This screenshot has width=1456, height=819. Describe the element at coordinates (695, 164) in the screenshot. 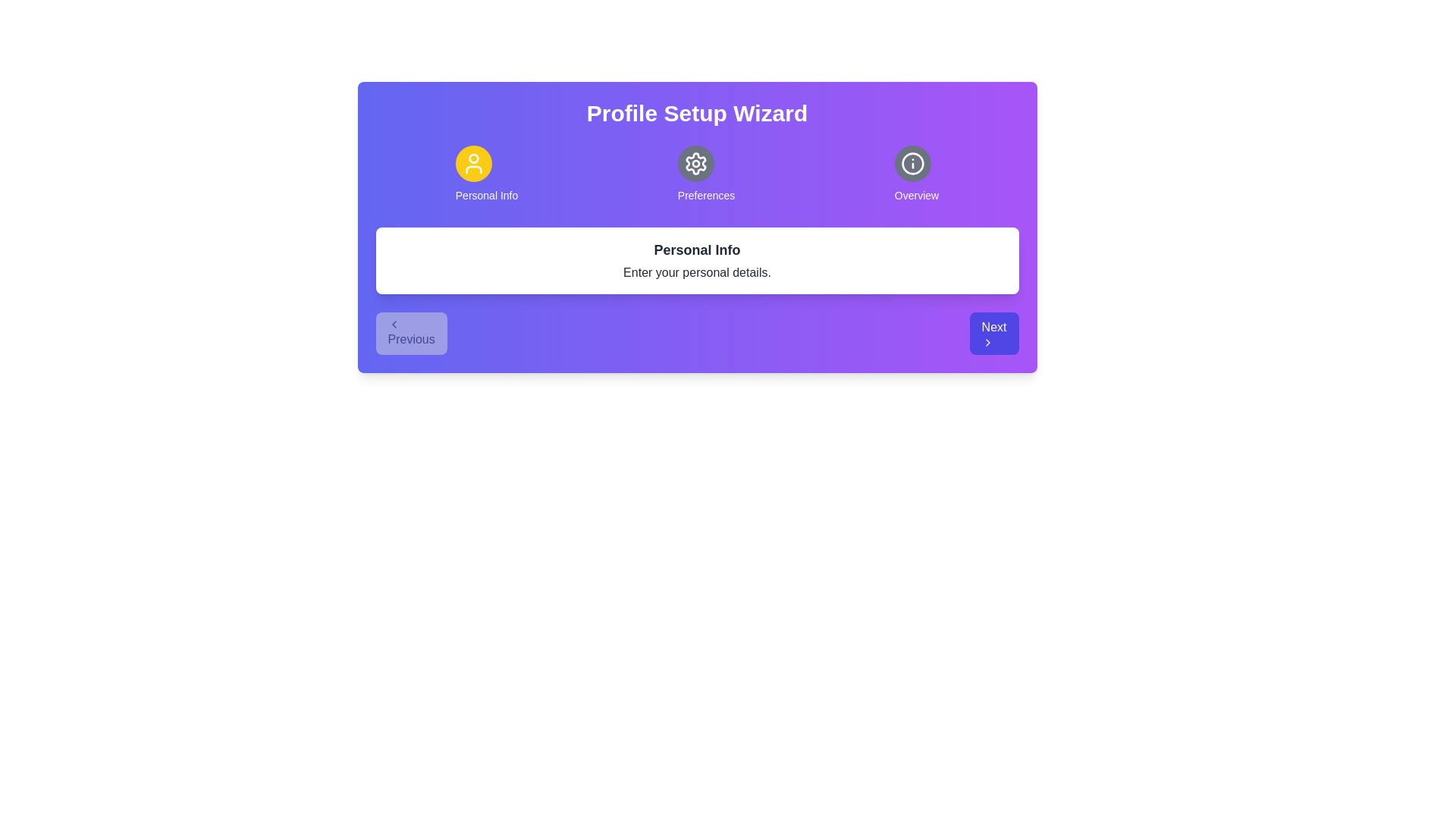

I see `the icon representing Preferences to explore its hover effects or tooltips` at that location.